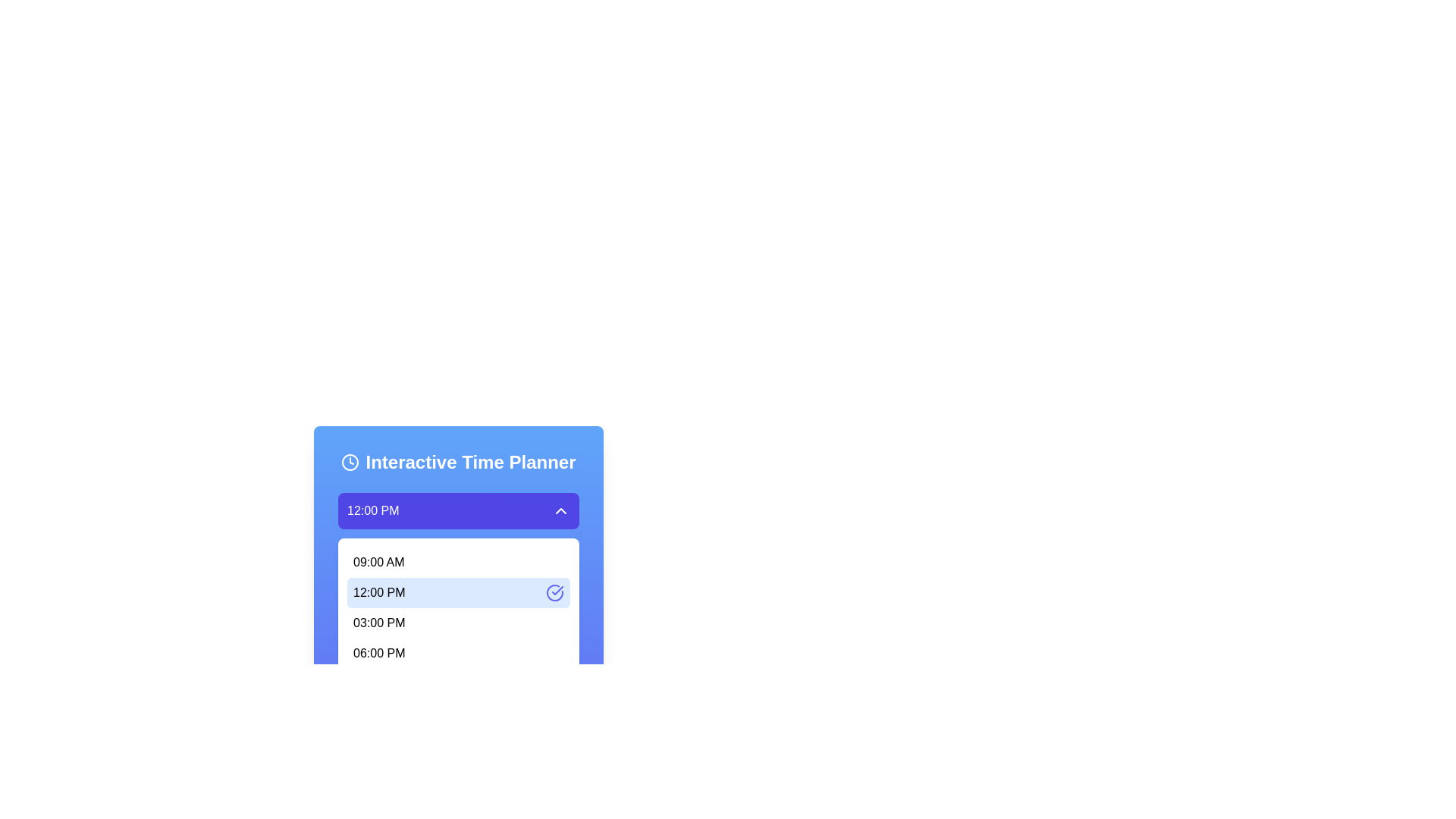 The height and width of the screenshot is (819, 1456). What do you see at coordinates (457, 519) in the screenshot?
I see `the dropdown button for the 'Interactive Time Planner'` at bounding box center [457, 519].